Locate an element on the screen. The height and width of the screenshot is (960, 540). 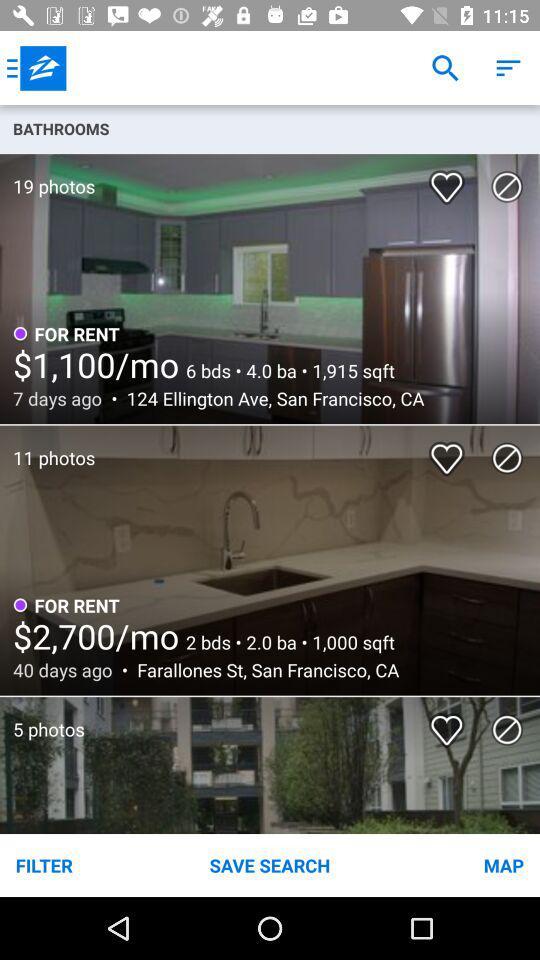
the bathrooms is located at coordinates (270, 127).